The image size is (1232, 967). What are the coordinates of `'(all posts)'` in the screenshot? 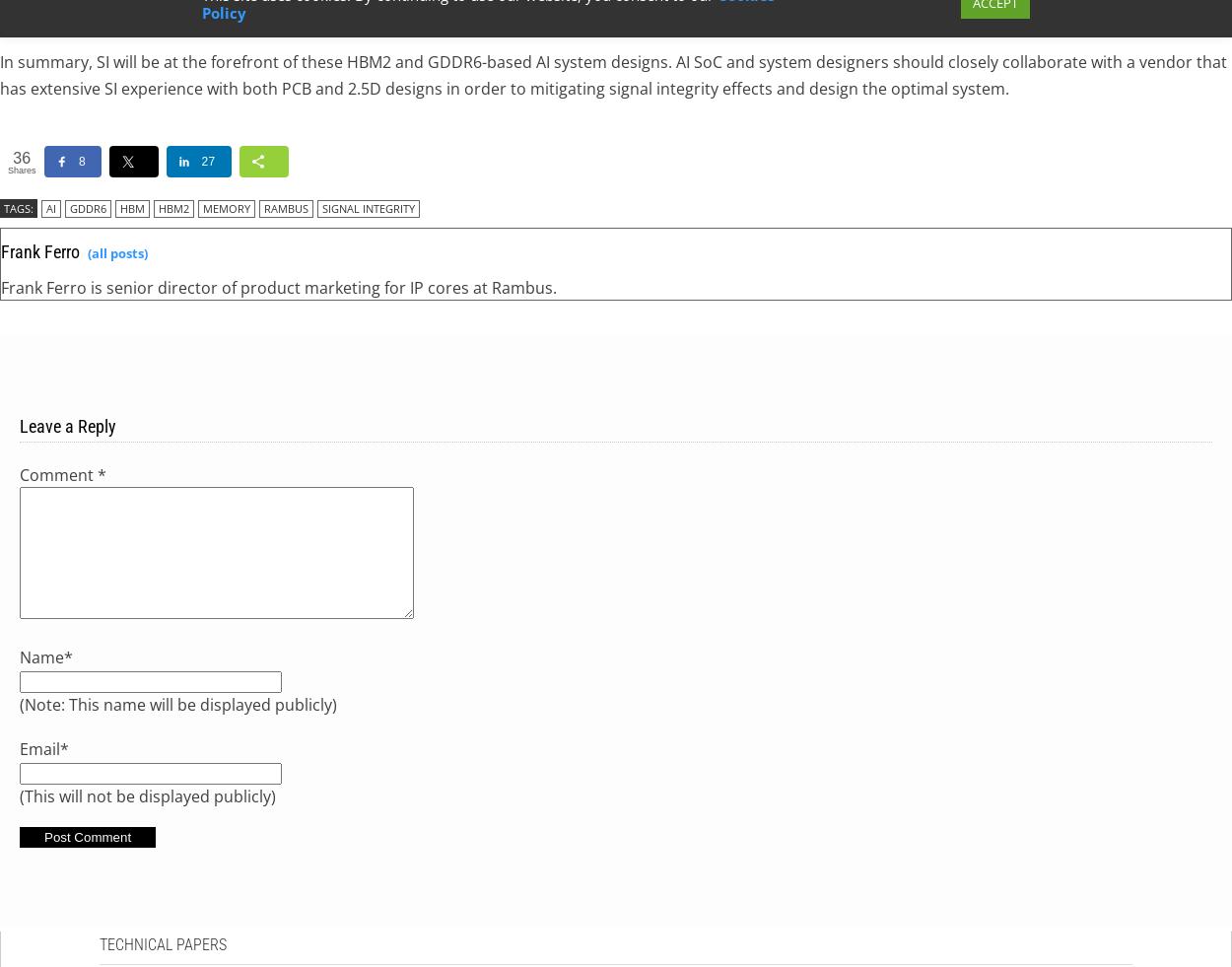 It's located at (116, 251).